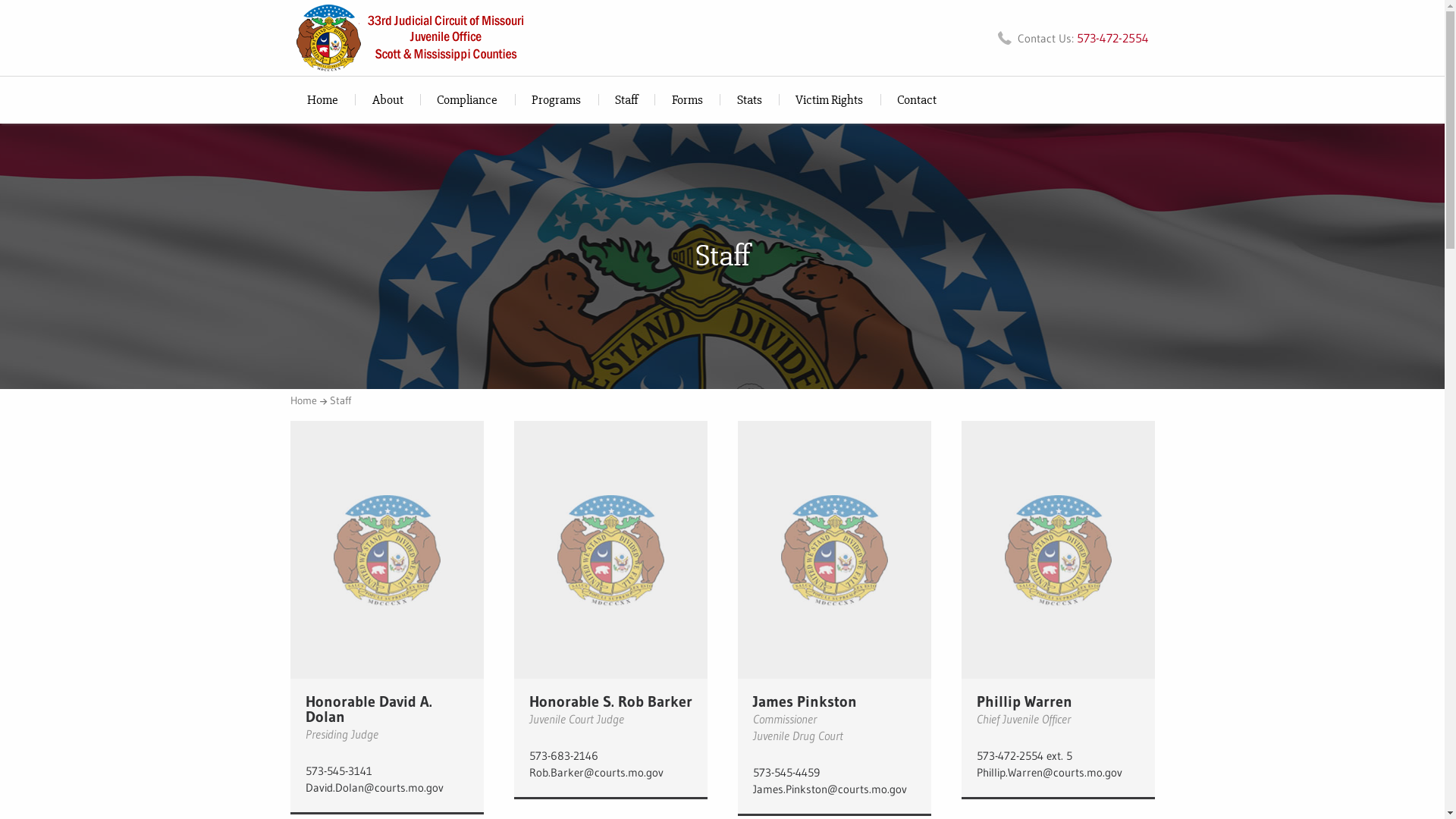  What do you see at coordinates (916, 99) in the screenshot?
I see `'Contact'` at bounding box center [916, 99].